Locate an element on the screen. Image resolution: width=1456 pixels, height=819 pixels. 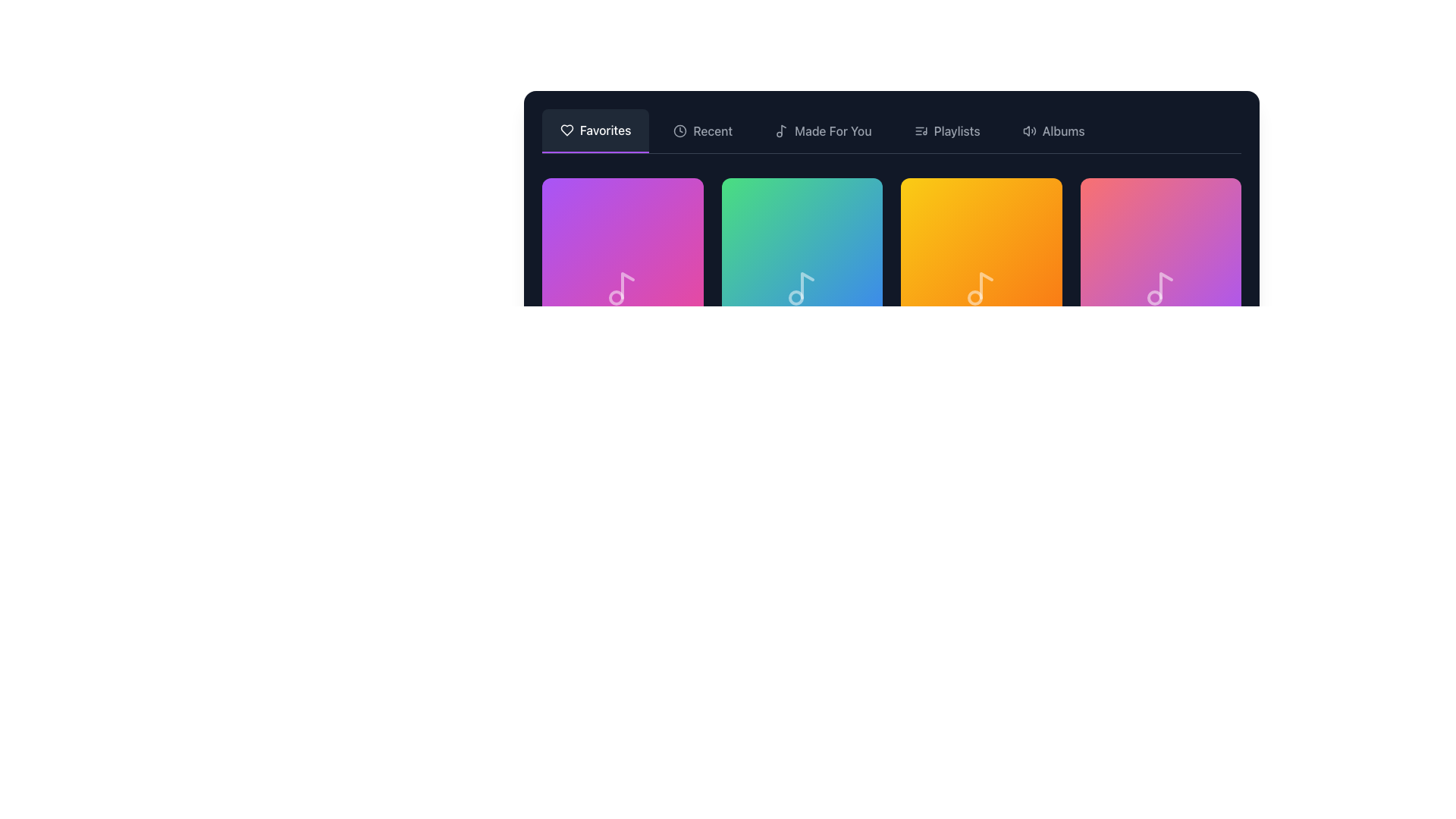
the circular button with three horizontally aligned dots located in the top-right corner of the thumbnail area to observe its hover effects is located at coordinates (858, 201).